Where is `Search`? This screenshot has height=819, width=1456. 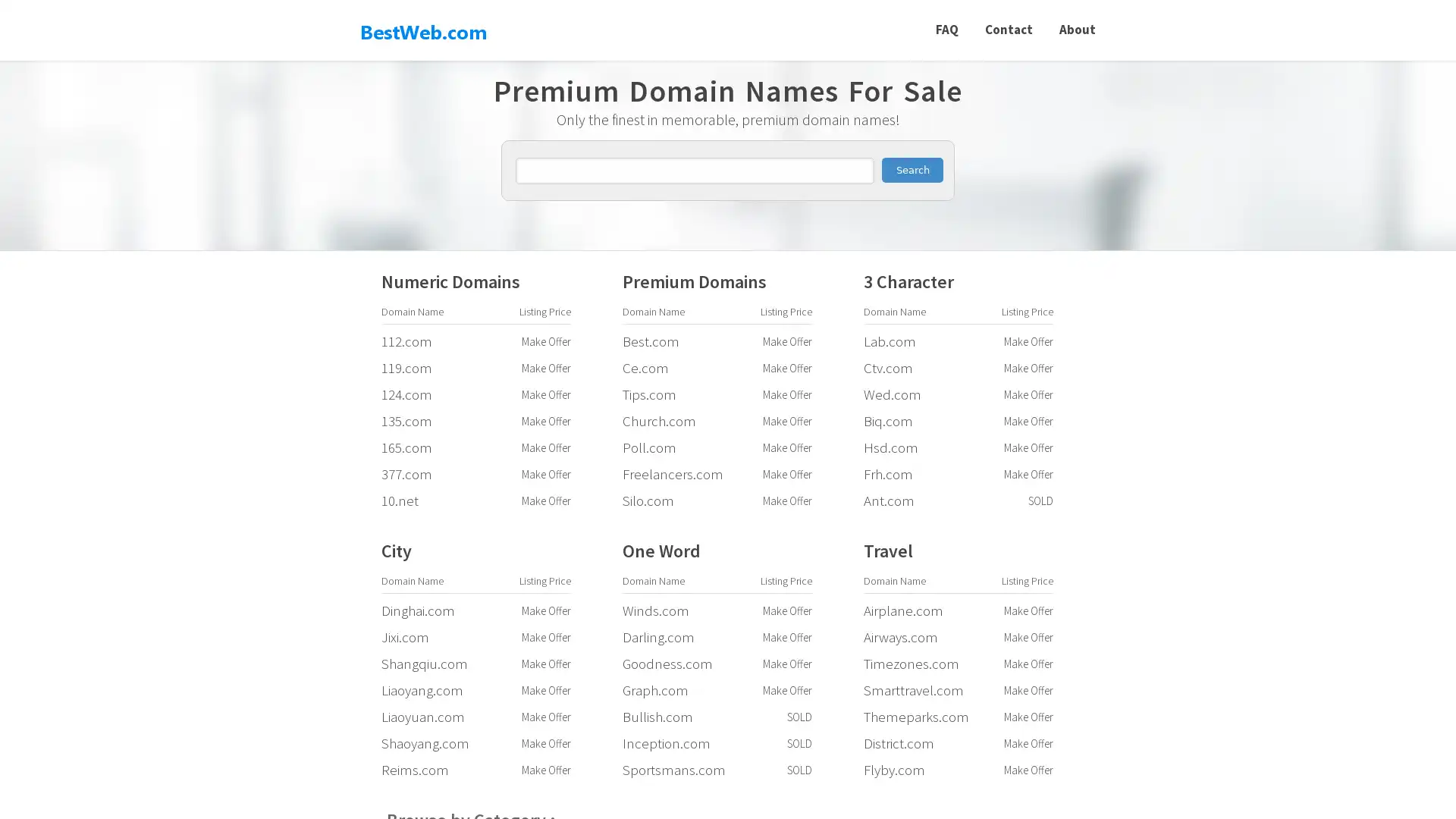
Search is located at coordinates (912, 170).